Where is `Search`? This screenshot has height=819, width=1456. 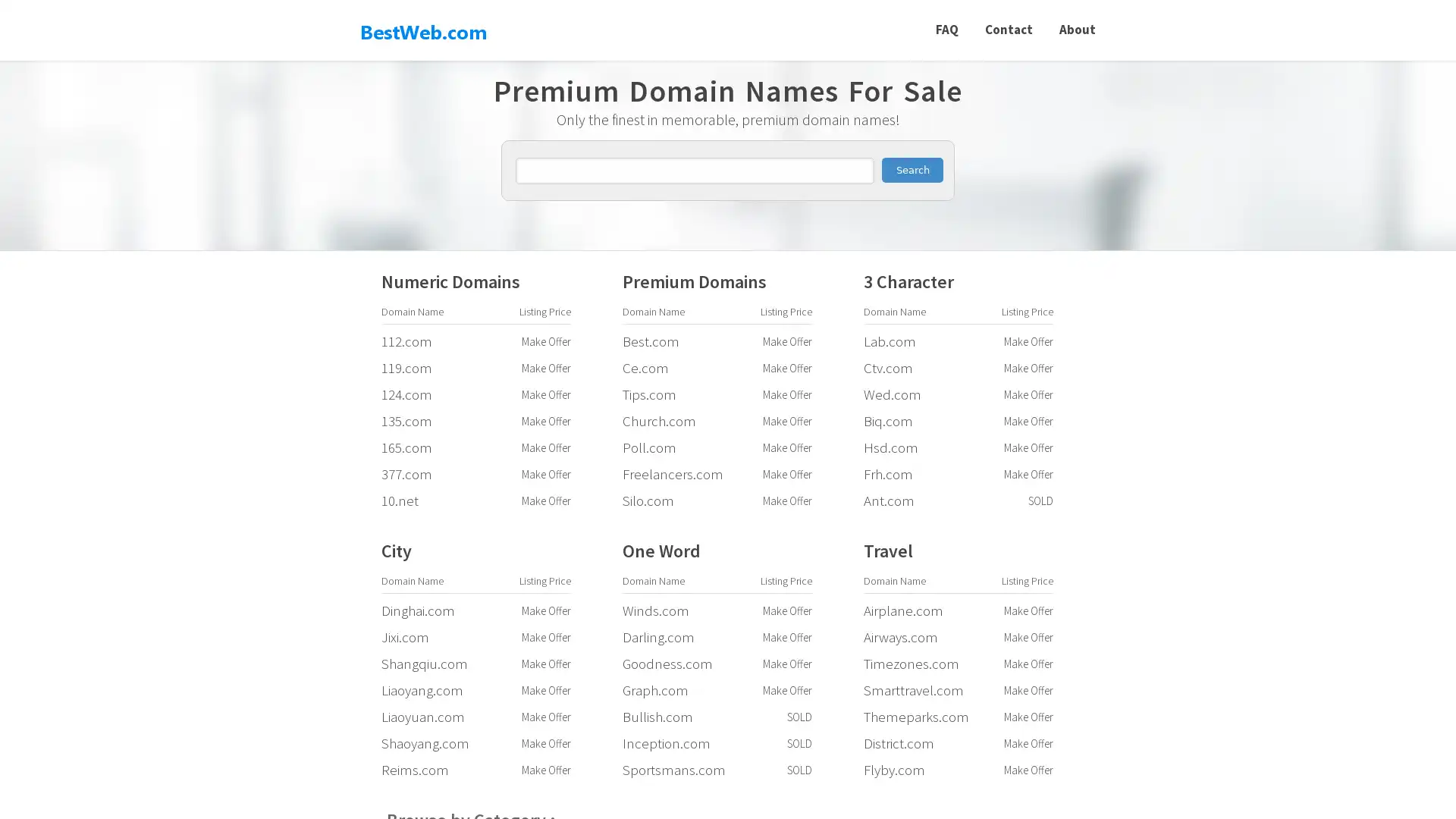
Search is located at coordinates (912, 170).